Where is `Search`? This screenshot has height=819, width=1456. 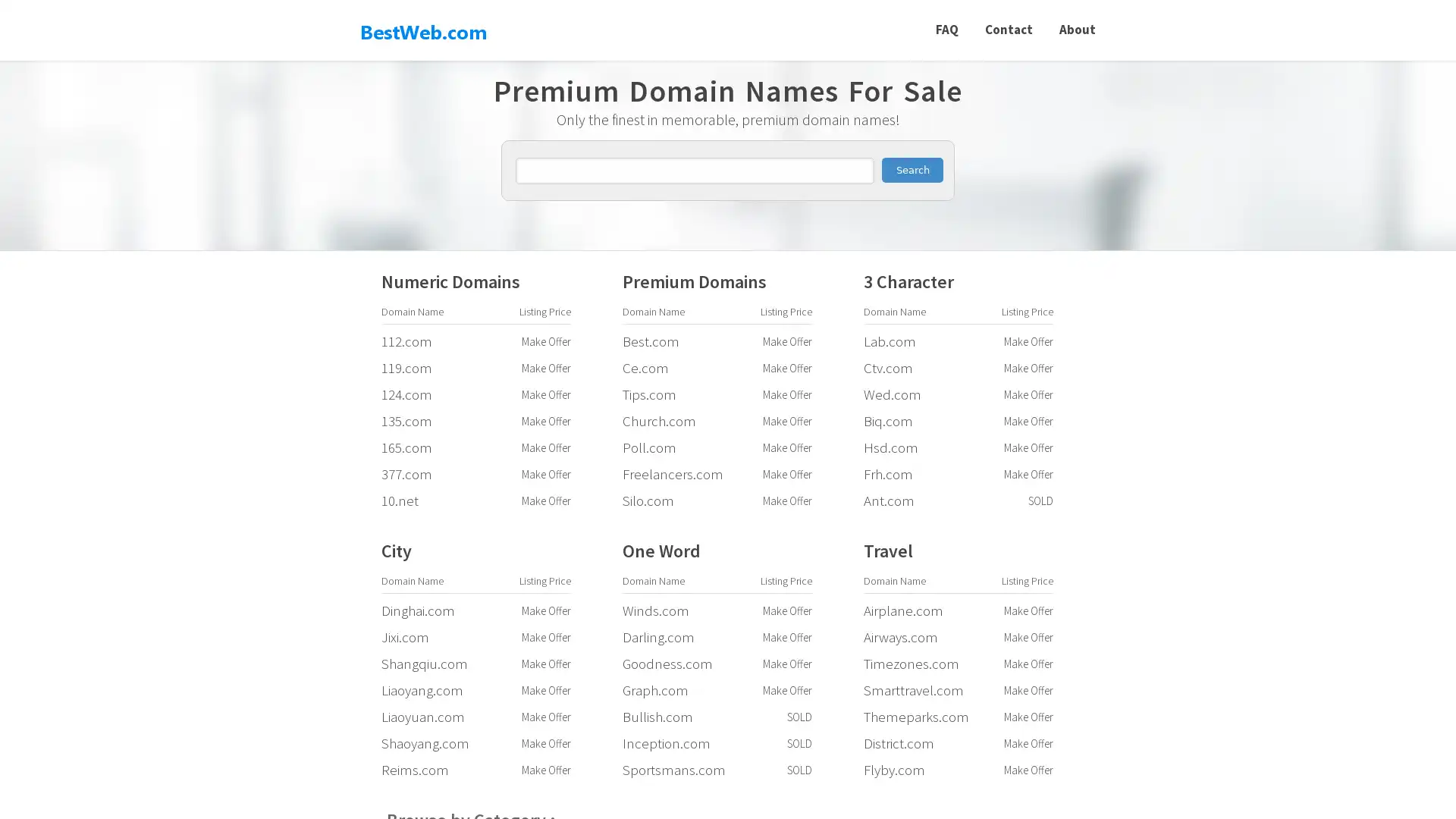
Search is located at coordinates (912, 170).